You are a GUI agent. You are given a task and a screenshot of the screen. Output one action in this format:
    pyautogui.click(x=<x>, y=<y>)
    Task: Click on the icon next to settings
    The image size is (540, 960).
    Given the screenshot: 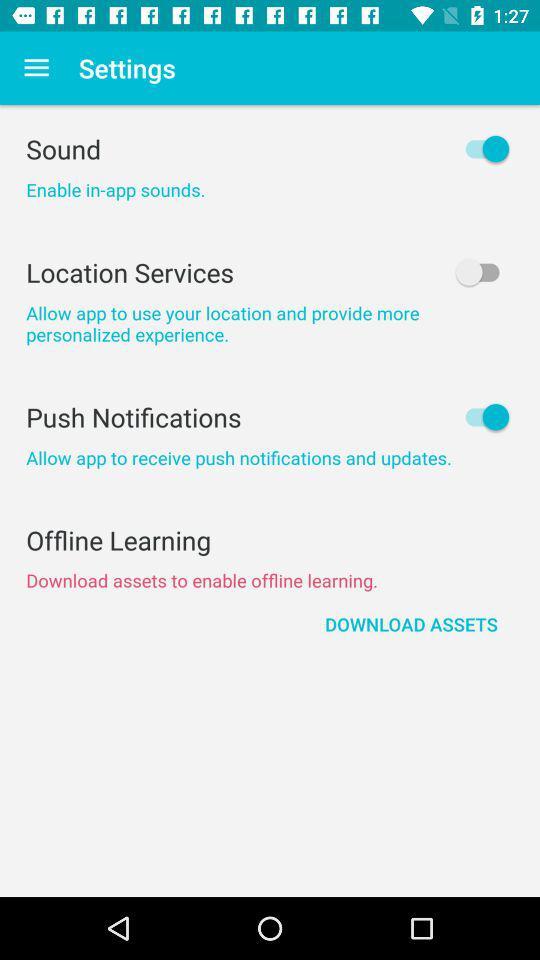 What is the action you would take?
    pyautogui.click(x=36, y=68)
    